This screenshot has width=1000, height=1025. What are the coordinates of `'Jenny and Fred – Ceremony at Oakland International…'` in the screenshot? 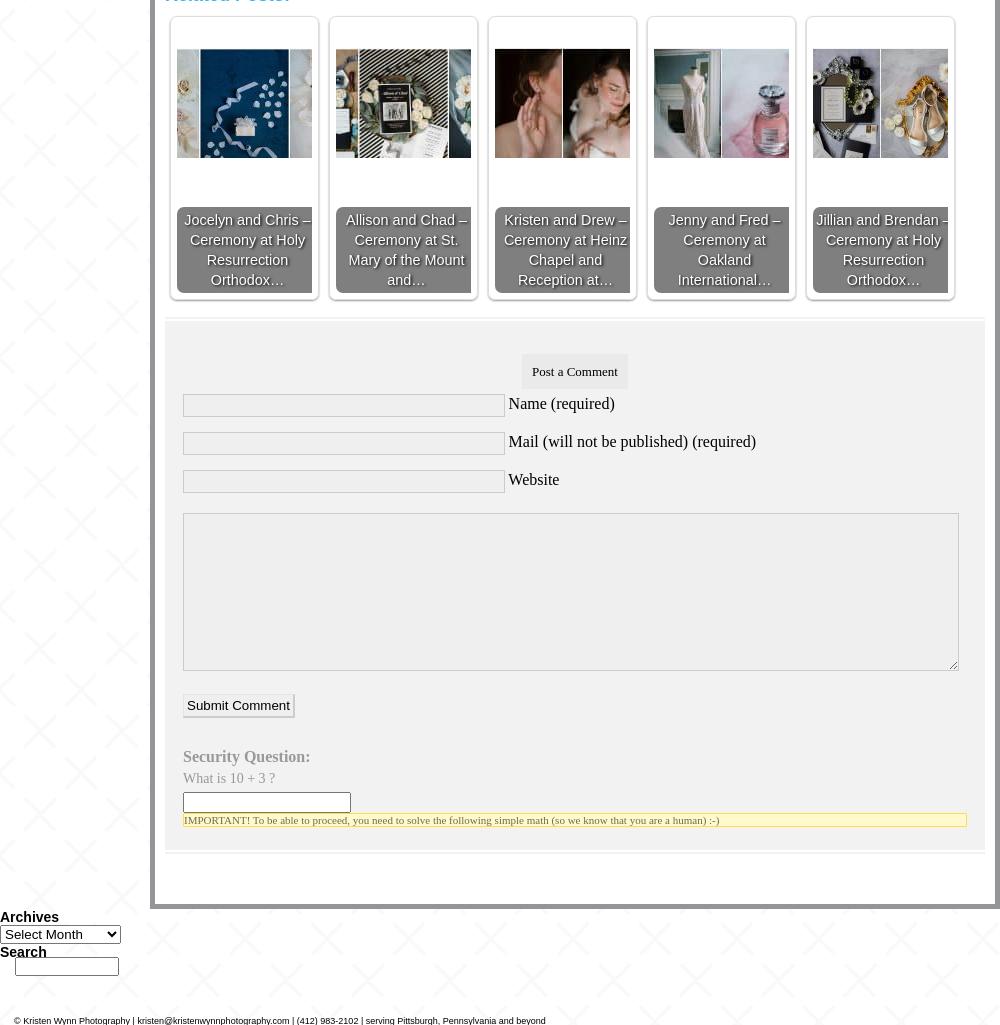 It's located at (723, 247).